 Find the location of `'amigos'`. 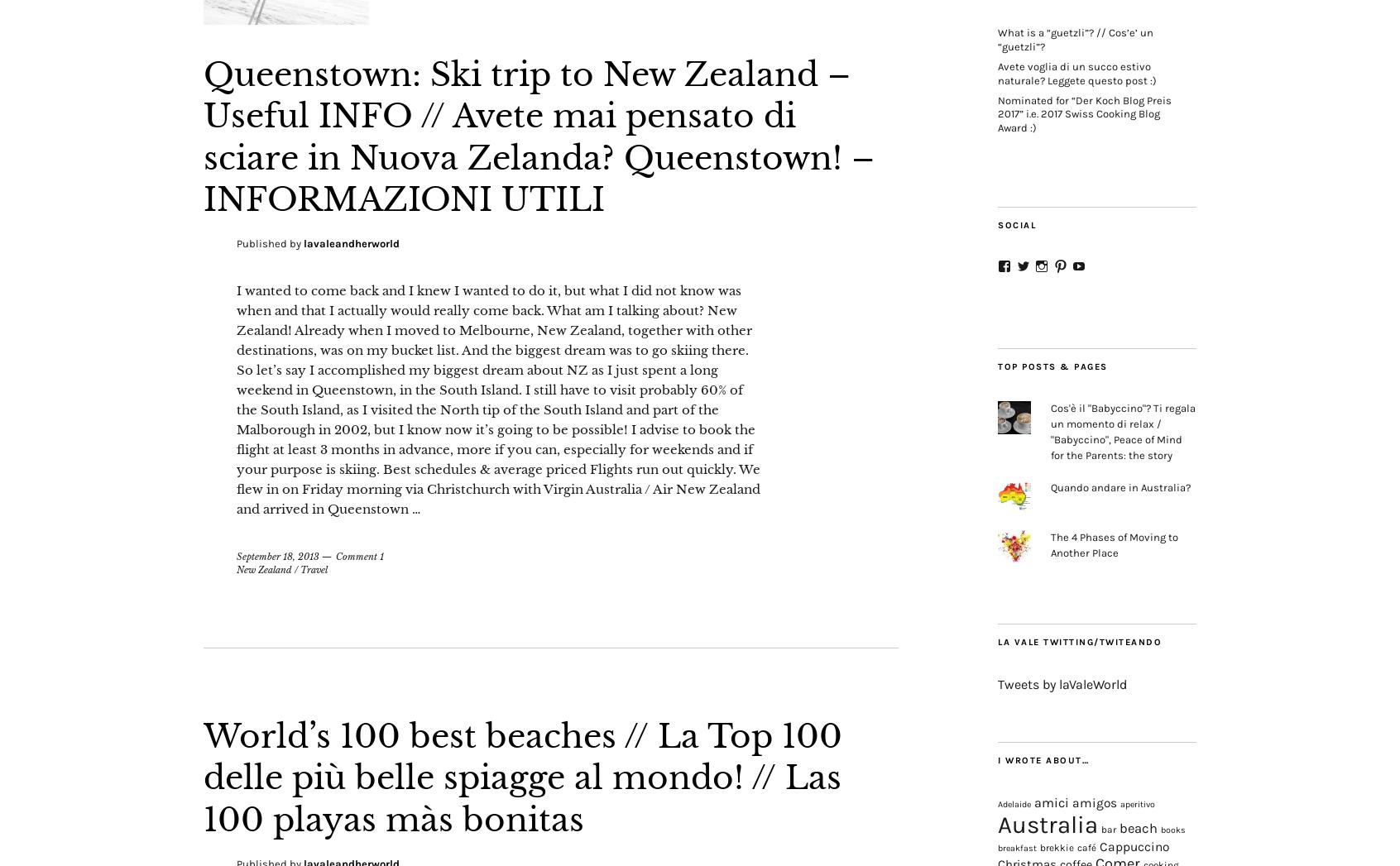

'amigos' is located at coordinates (1093, 801).